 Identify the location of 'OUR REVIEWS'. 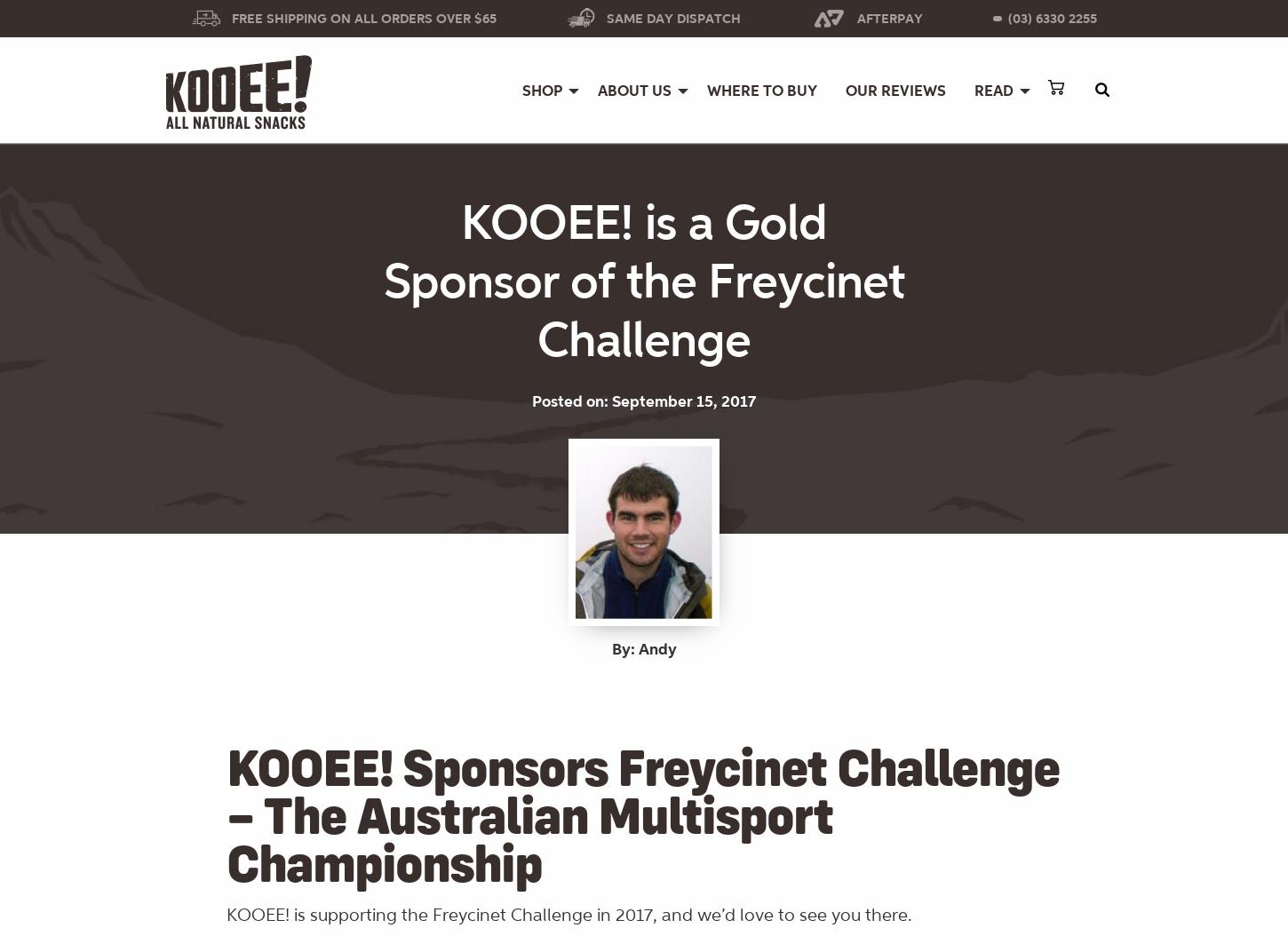
(895, 91).